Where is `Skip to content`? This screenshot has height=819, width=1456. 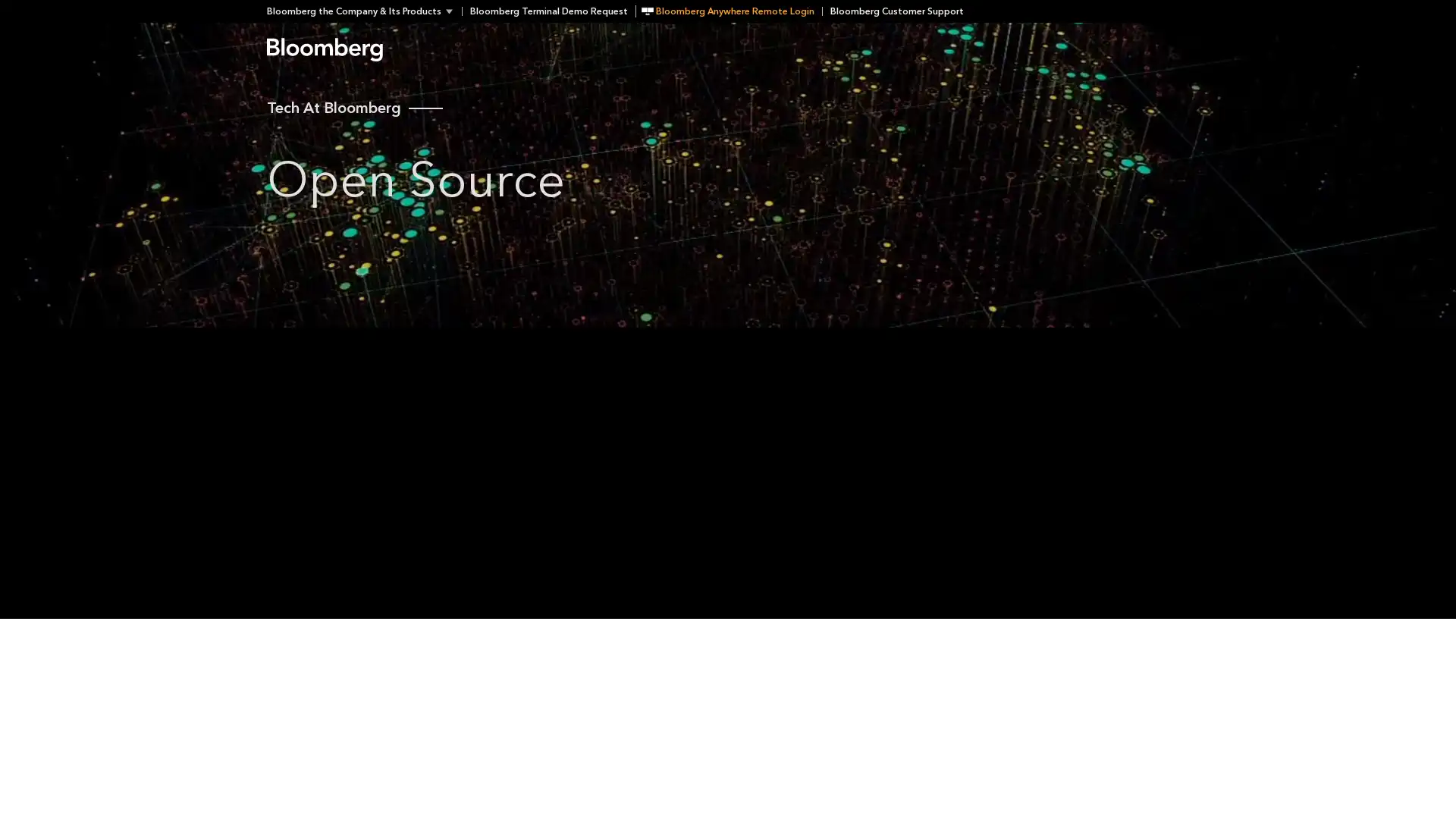
Skip to content is located at coordinates (8, 3).